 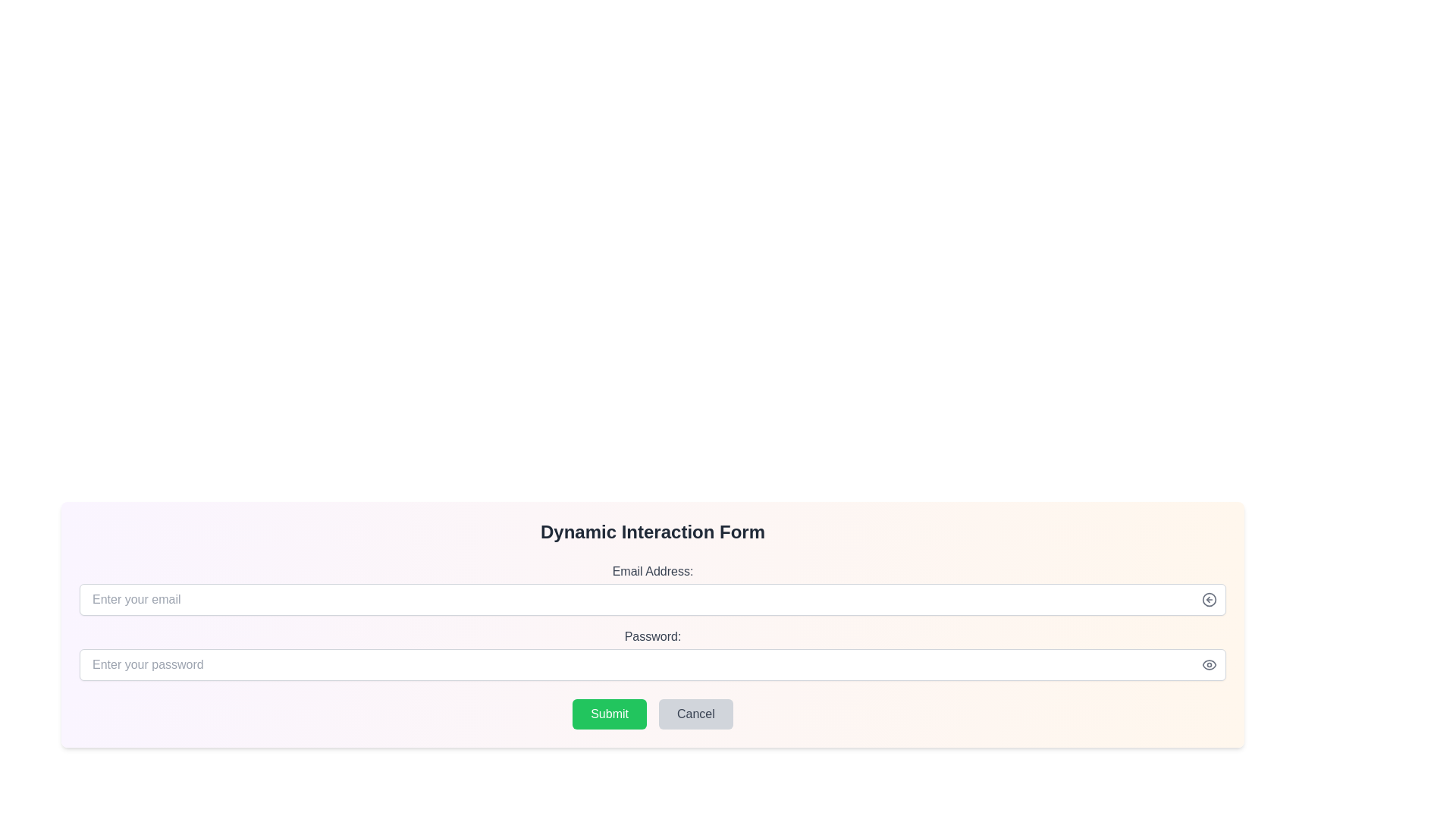 I want to click on the icon button located on the right side of the password input field, so click(x=1208, y=664).